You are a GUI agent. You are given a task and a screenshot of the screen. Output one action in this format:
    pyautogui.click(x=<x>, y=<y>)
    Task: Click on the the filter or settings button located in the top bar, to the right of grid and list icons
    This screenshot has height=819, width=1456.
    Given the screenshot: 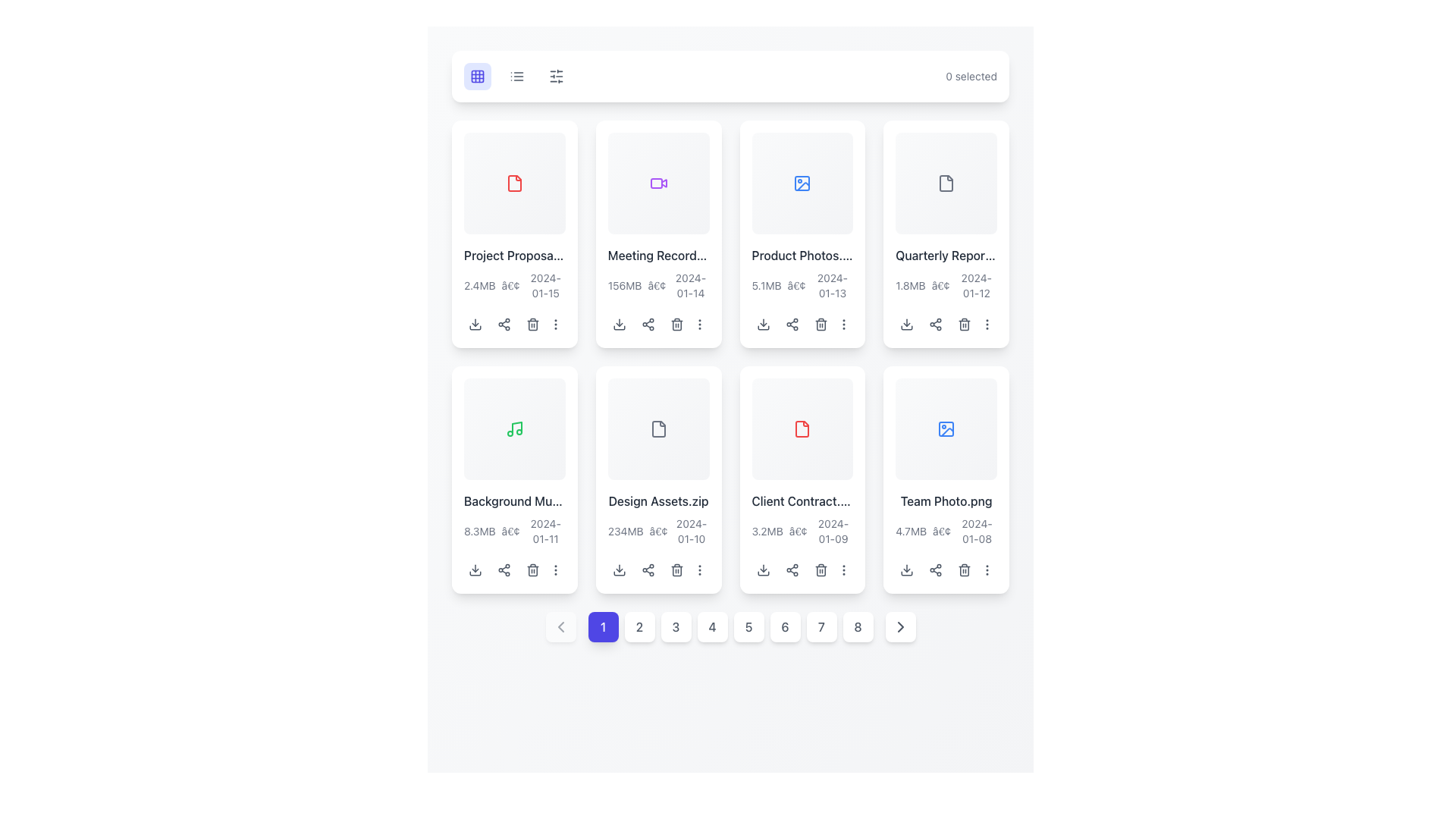 What is the action you would take?
    pyautogui.click(x=556, y=76)
    